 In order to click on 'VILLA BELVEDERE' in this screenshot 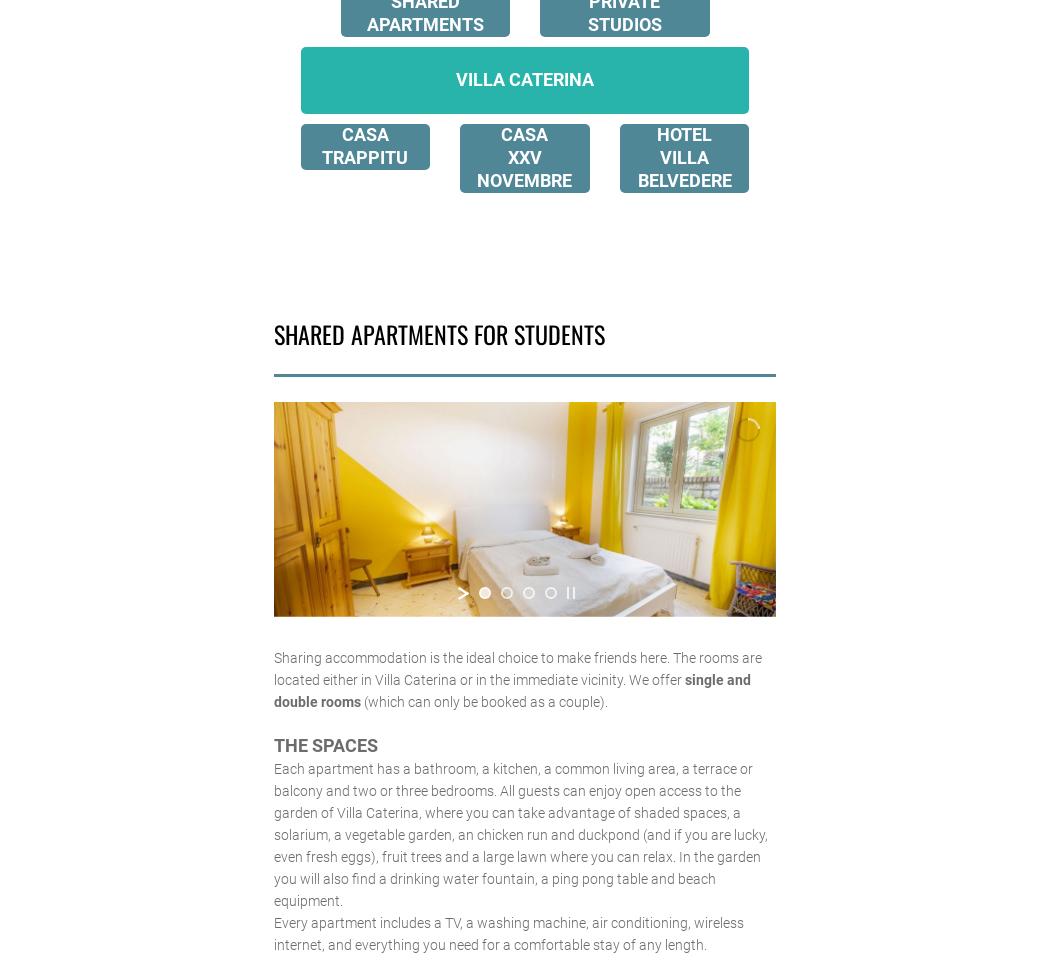, I will do `click(683, 166)`.